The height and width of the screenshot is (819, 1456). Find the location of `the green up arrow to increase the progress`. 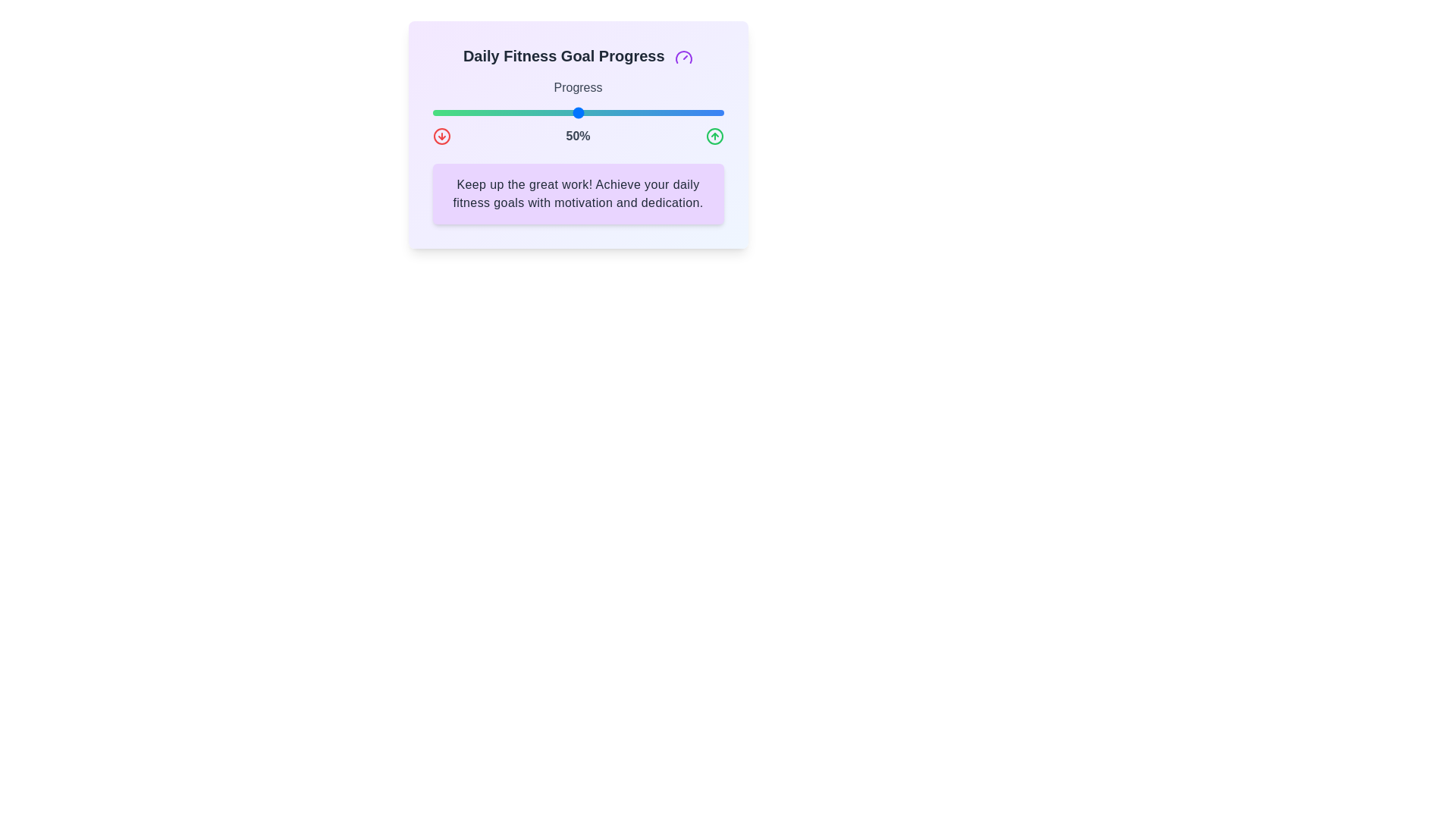

the green up arrow to increase the progress is located at coordinates (714, 136).